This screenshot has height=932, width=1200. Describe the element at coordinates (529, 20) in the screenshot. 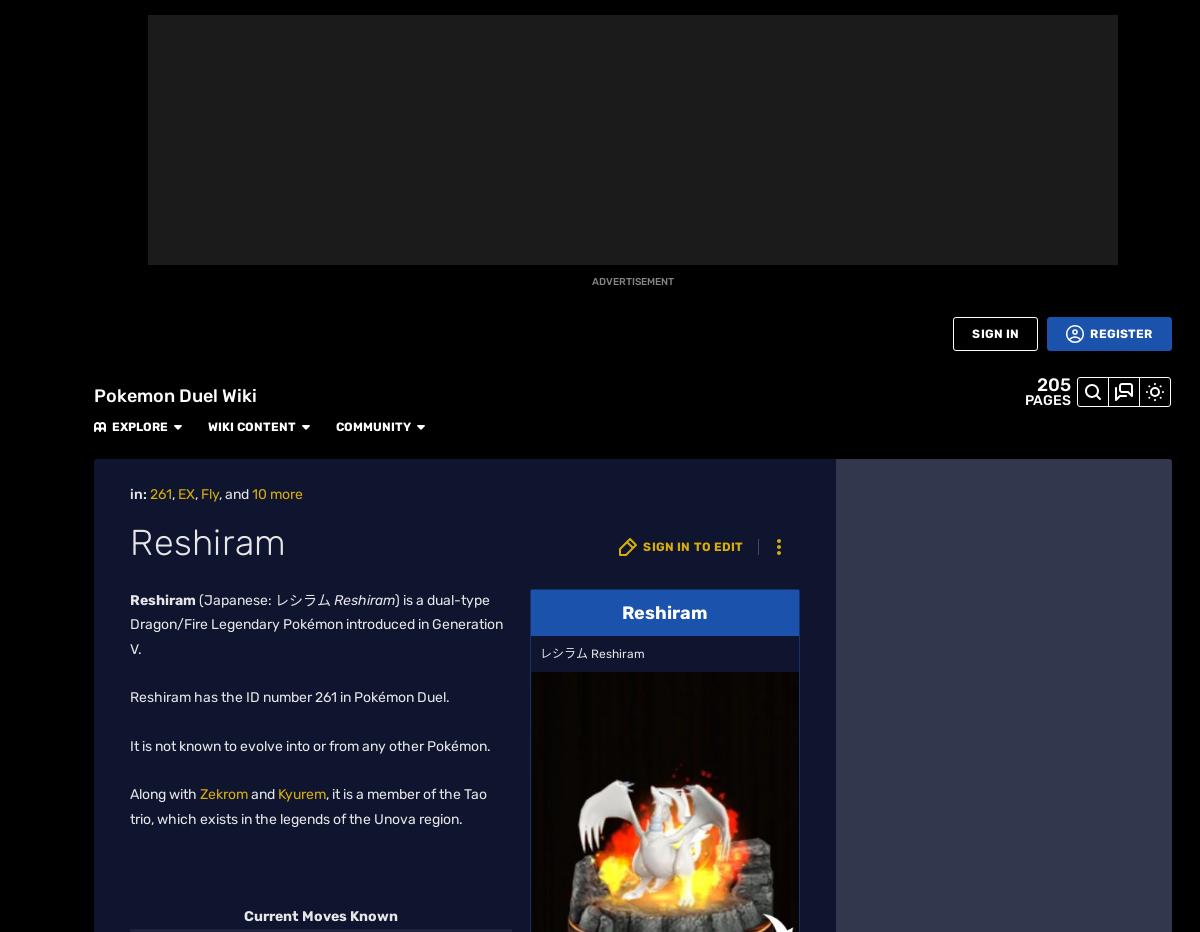

I see `'Community'` at that location.